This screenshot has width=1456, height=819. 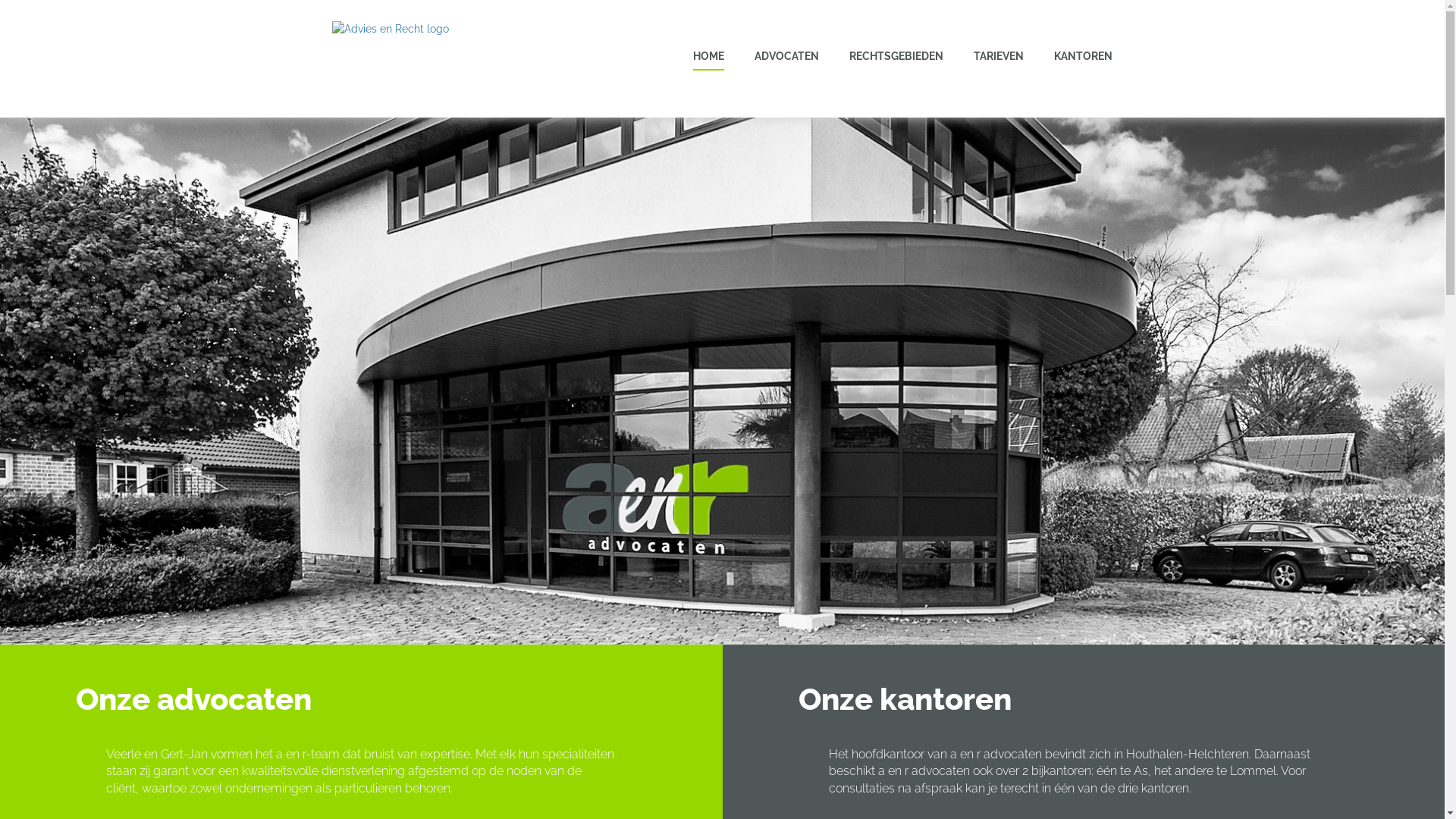 I want to click on 'RECHTSGEBIEDEN', so click(x=896, y=55).